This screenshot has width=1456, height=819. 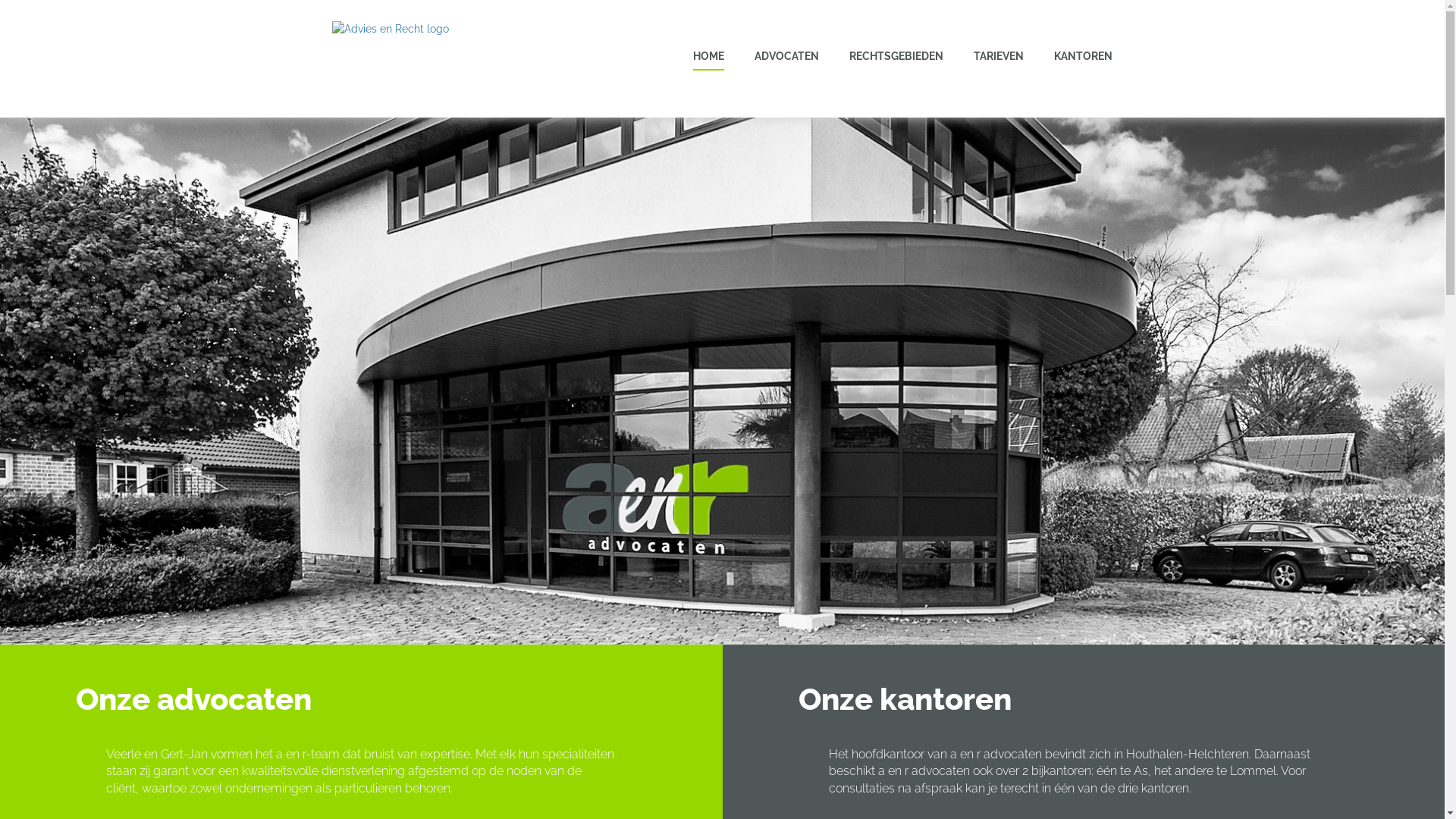 I want to click on 'RECHTSGEBIEDEN', so click(x=896, y=55).